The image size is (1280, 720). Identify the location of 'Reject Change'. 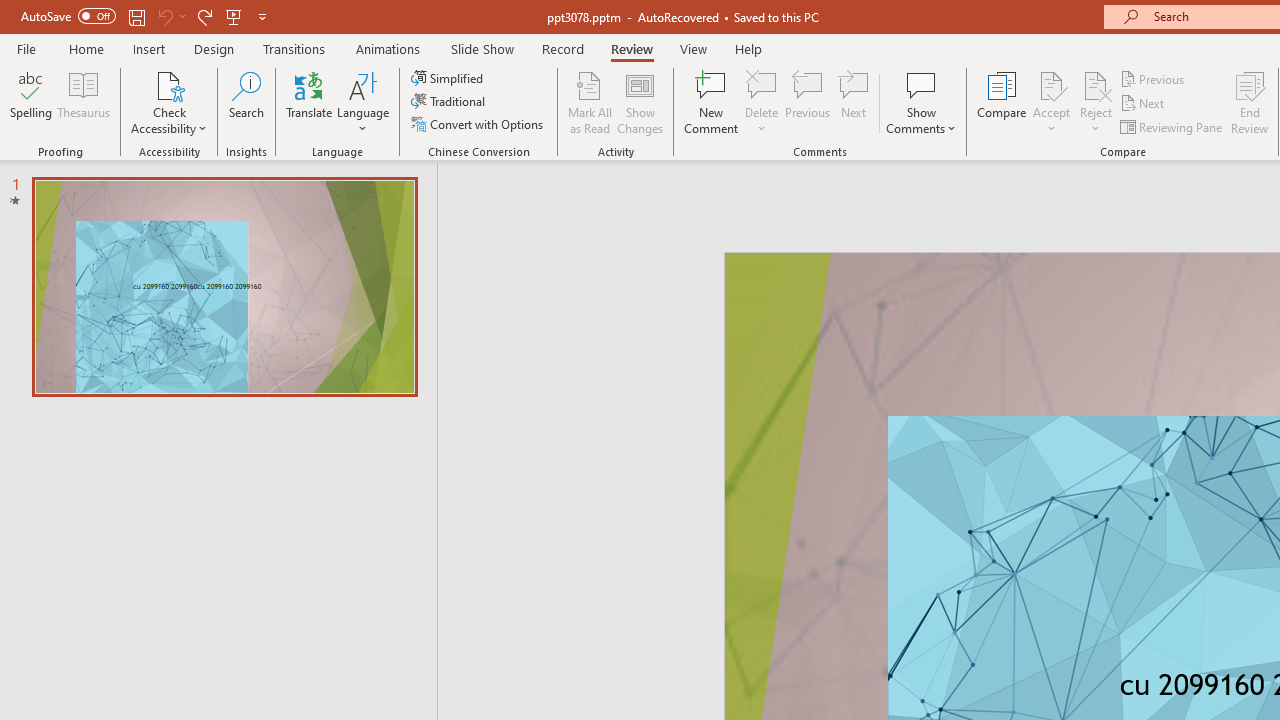
(1095, 84).